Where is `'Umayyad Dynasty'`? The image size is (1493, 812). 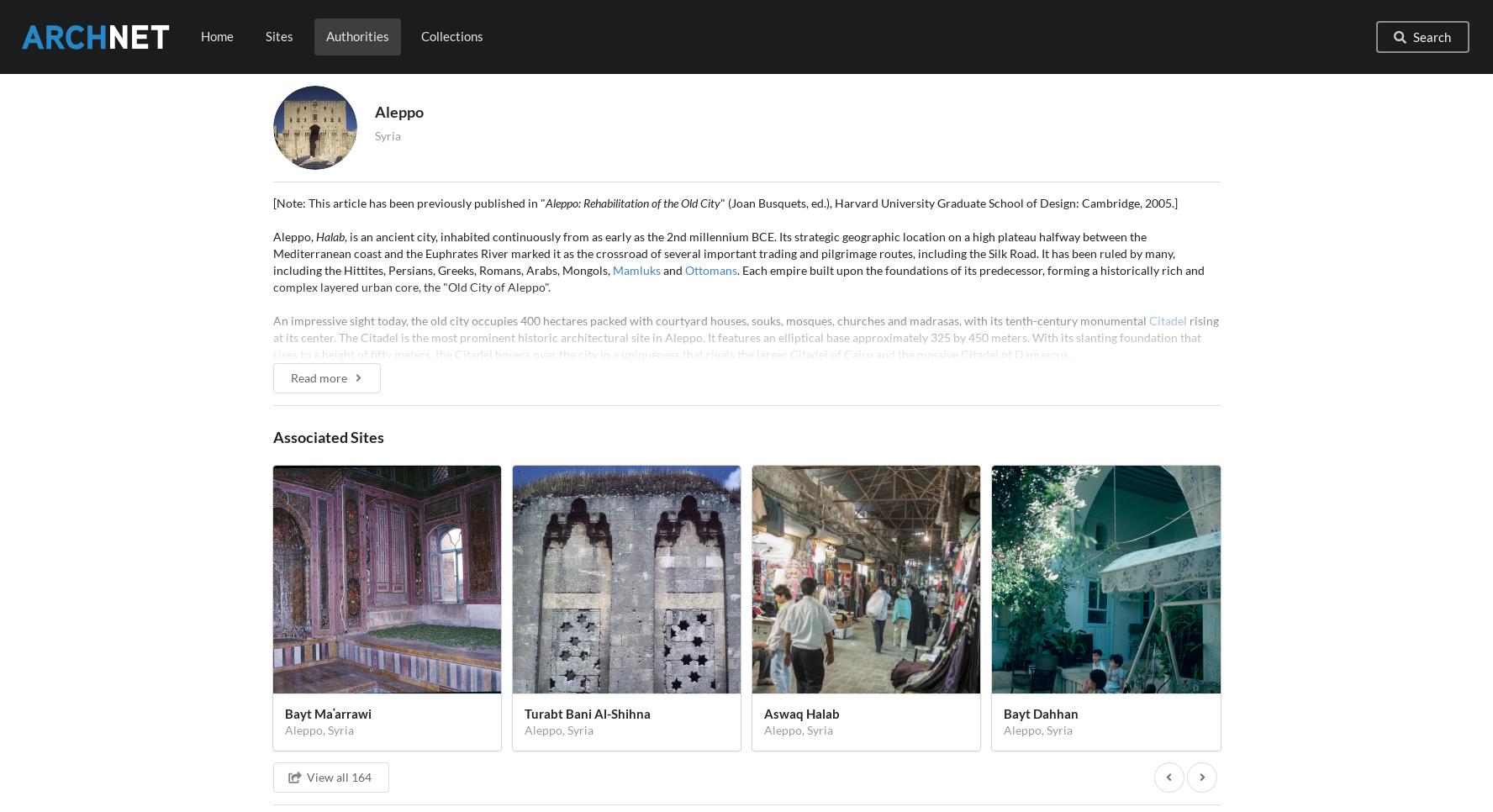 'Umayyad Dynasty' is located at coordinates (1004, 555).